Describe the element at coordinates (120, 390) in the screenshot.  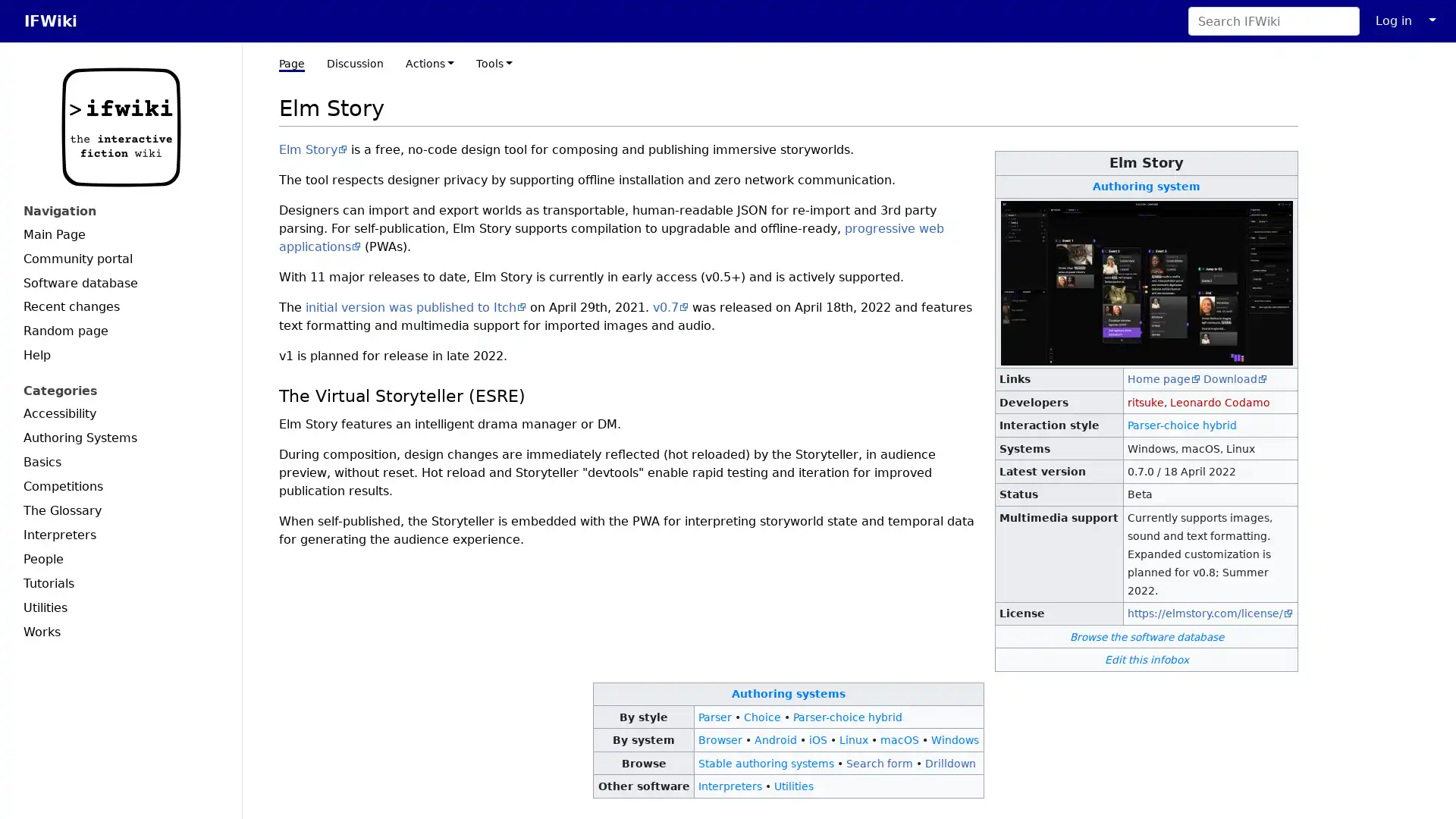
I see `Categories` at that location.